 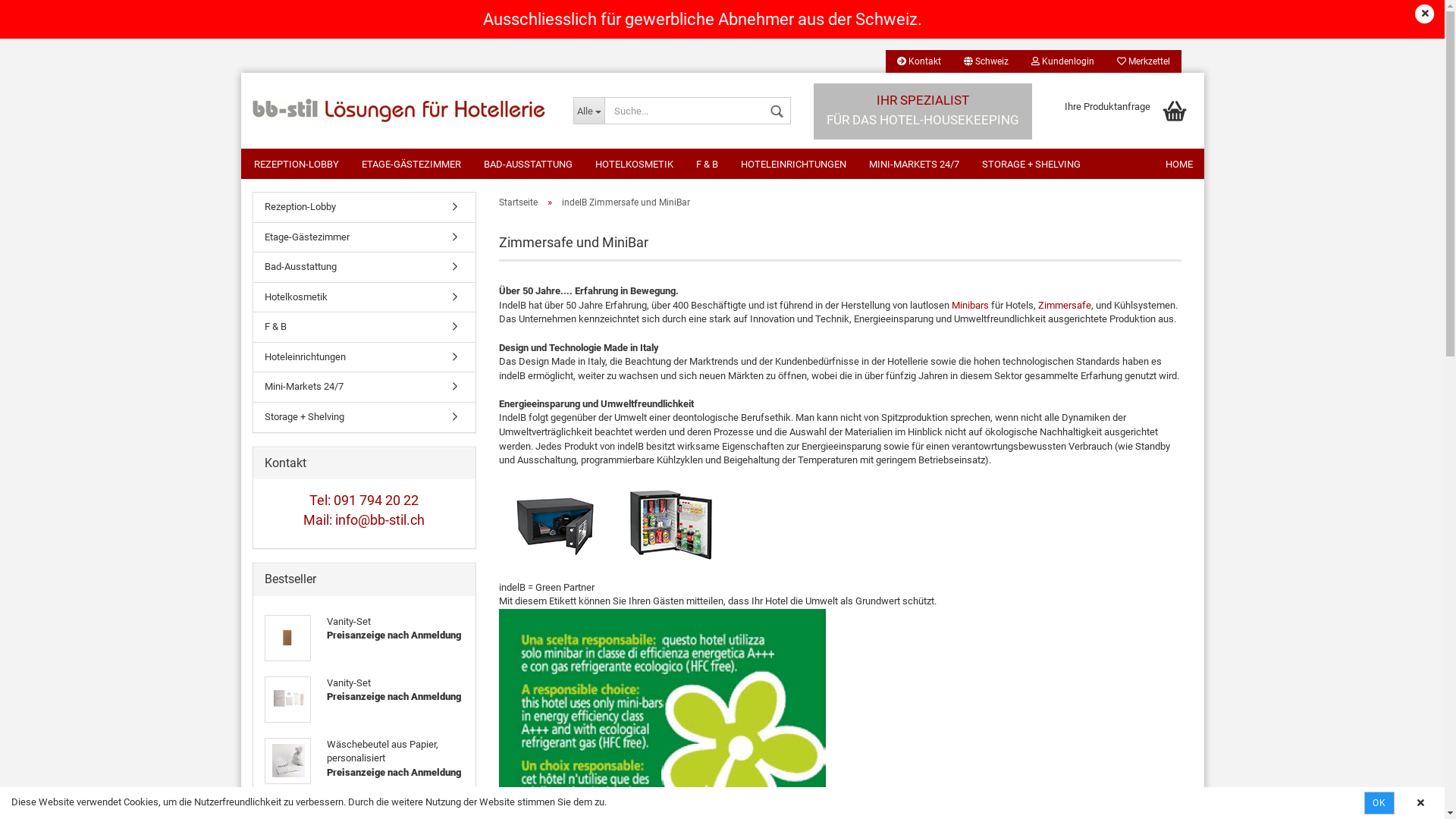 What do you see at coordinates (498, 201) in the screenshot?
I see `'Startseite'` at bounding box center [498, 201].